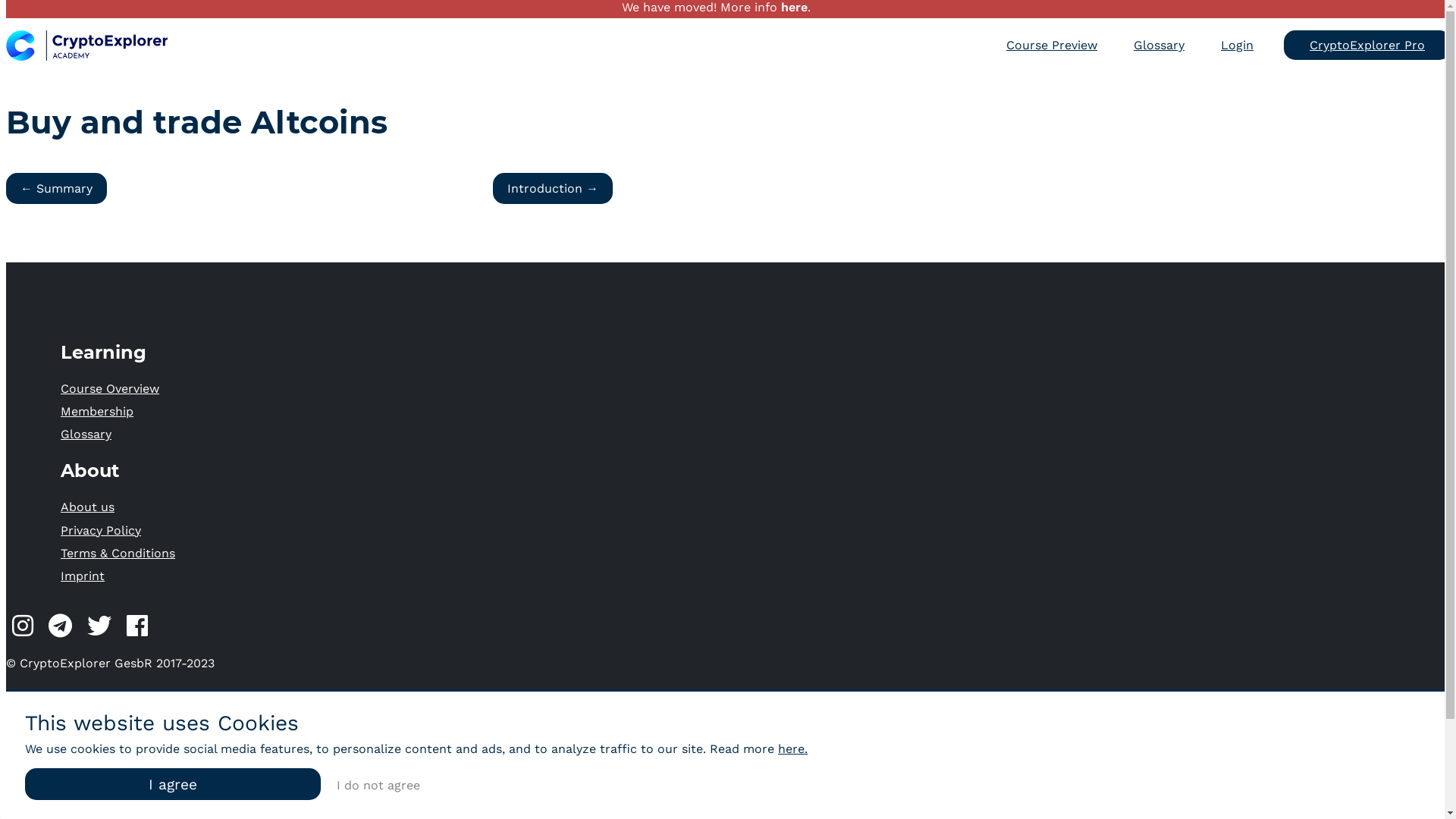 The width and height of the screenshot is (1456, 819). Describe the element at coordinates (1051, 44) in the screenshot. I see `'Course Preview'` at that location.